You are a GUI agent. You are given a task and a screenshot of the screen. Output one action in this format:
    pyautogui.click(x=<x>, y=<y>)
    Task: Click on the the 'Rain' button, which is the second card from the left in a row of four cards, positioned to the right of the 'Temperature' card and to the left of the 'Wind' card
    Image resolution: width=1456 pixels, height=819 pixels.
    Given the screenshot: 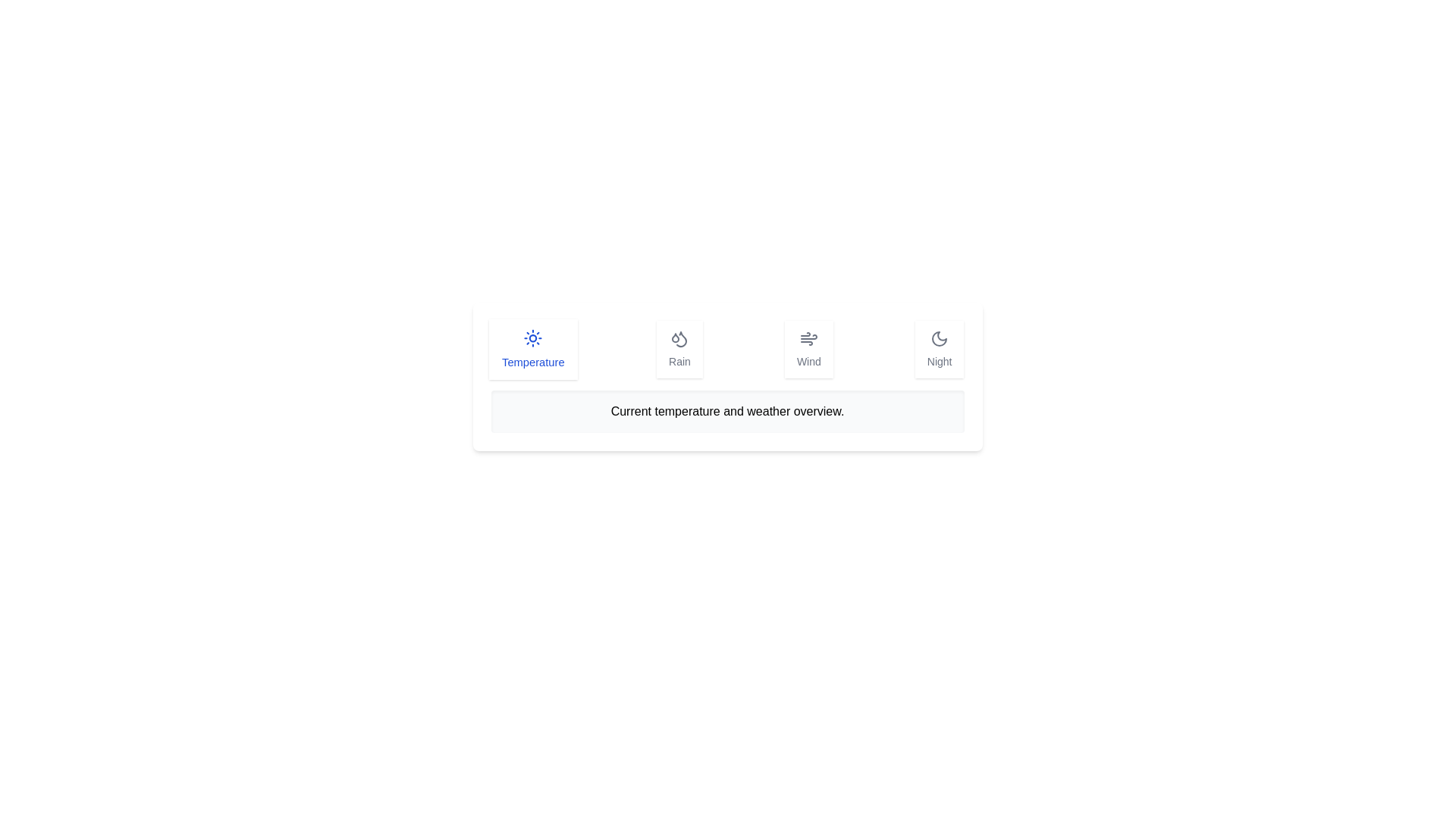 What is the action you would take?
    pyautogui.click(x=679, y=350)
    